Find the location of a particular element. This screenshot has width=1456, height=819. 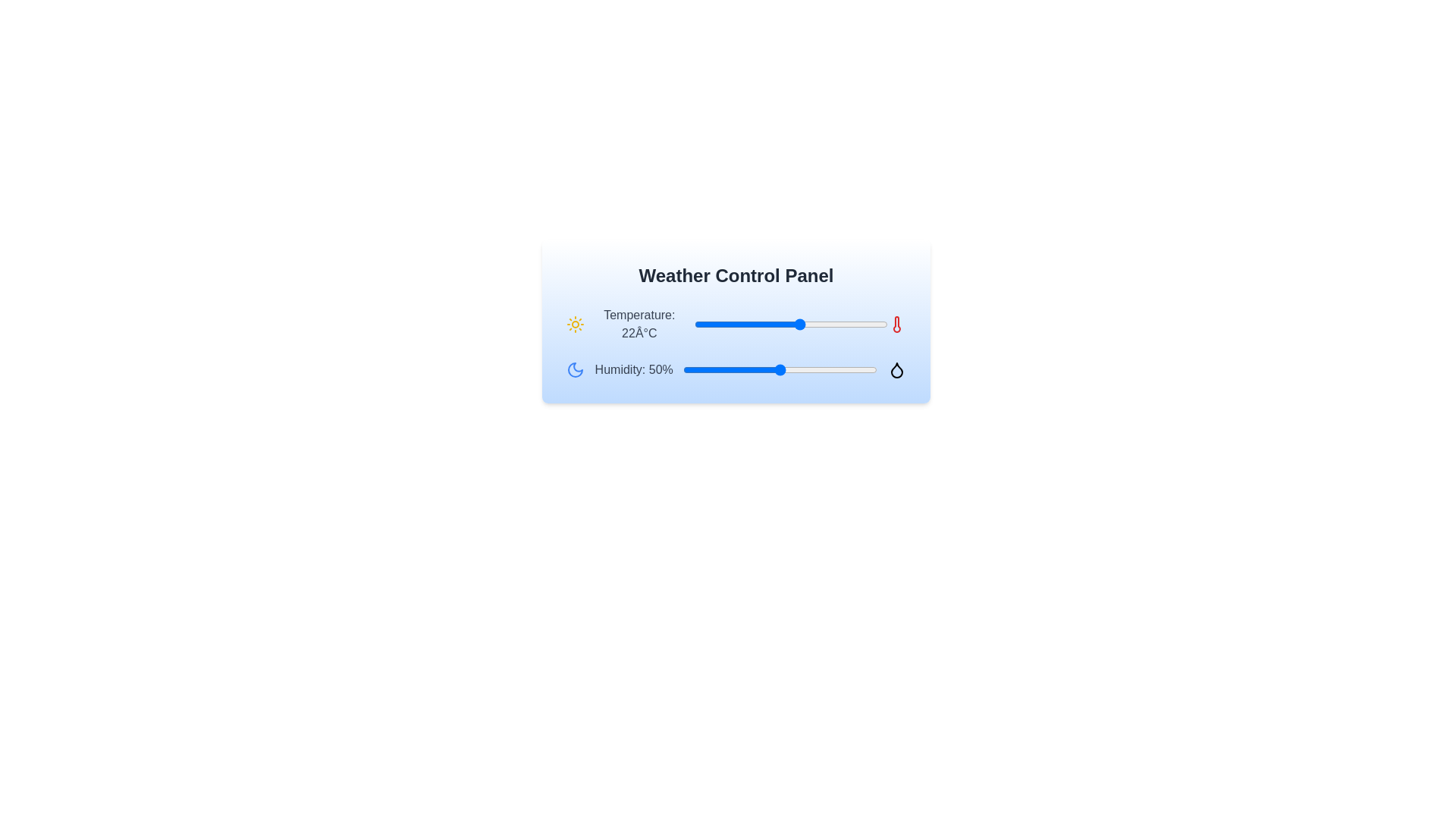

the temperature slider to set the temperature to 36°C is located at coordinates (868, 324).